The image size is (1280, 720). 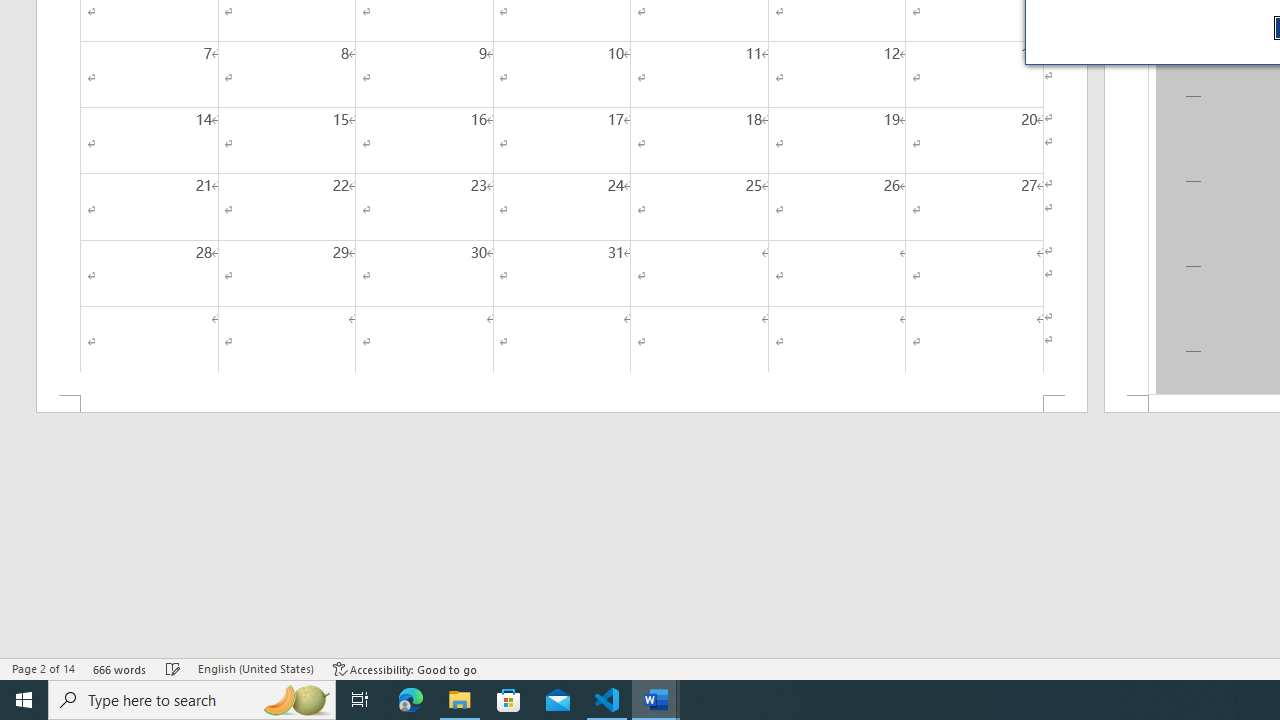 What do you see at coordinates (255, 669) in the screenshot?
I see `'Language English (United States)'` at bounding box center [255, 669].